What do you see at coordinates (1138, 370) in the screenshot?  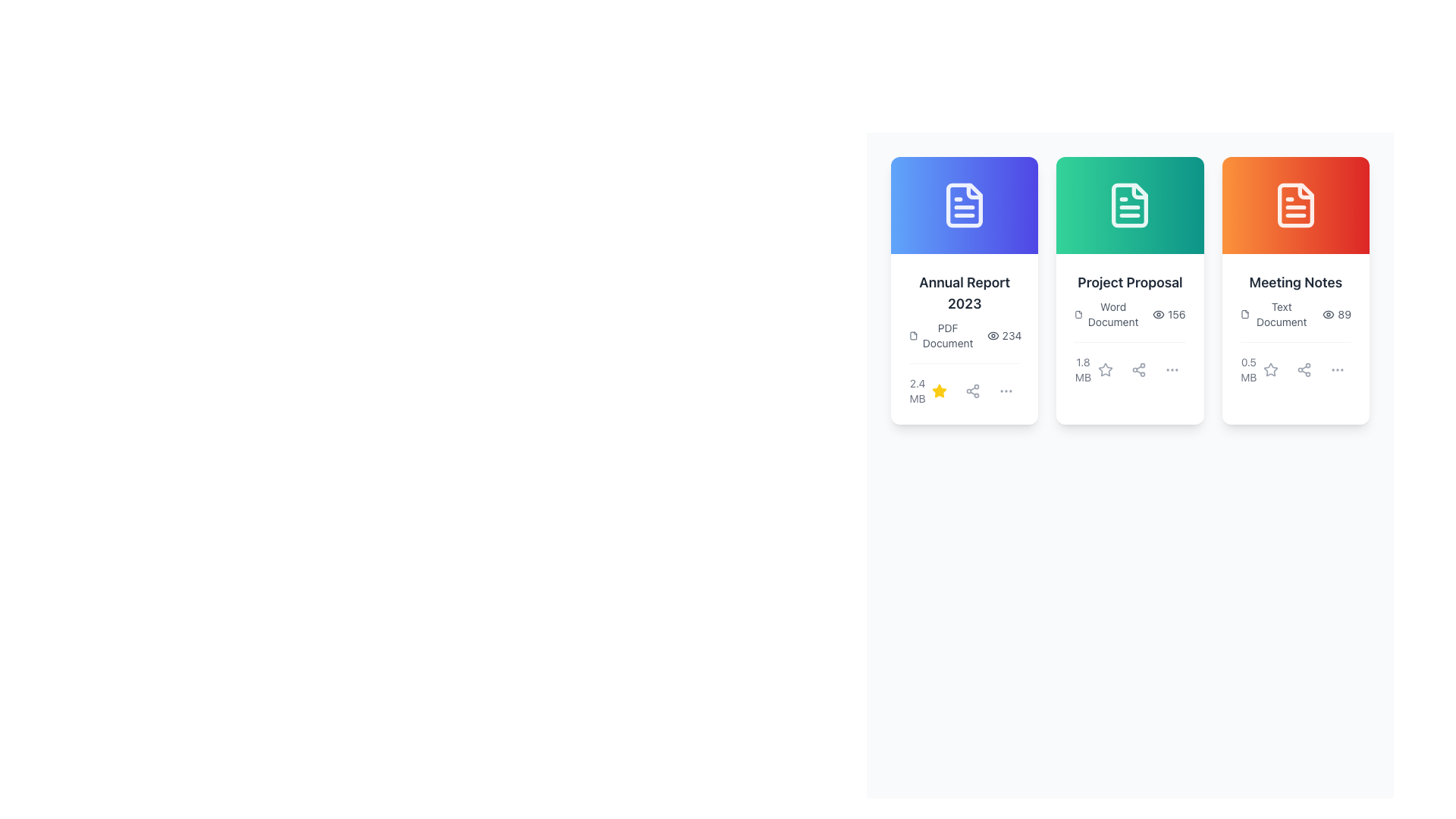 I see `the second button from the left in the row of three buttons near the bottom of the 'Project Proposal' card to share the content` at bounding box center [1138, 370].